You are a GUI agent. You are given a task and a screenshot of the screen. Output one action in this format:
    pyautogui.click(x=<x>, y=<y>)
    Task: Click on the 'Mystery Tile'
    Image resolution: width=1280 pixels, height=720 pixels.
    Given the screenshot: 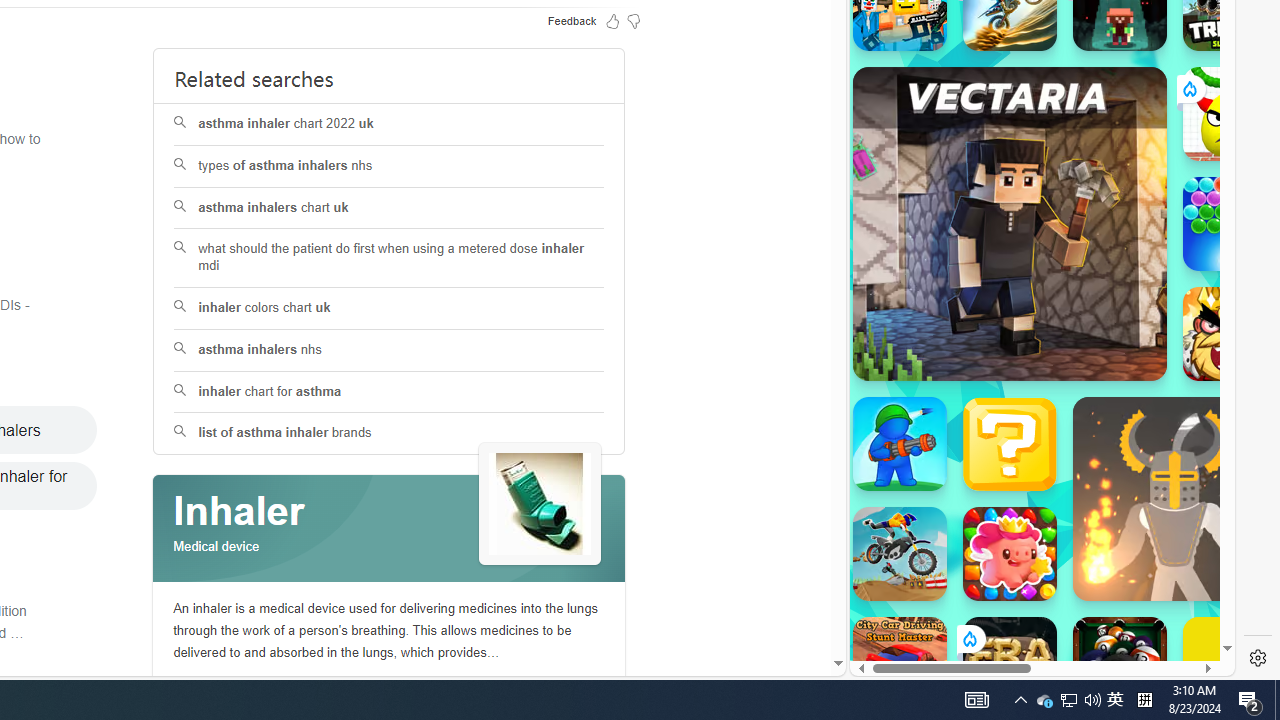 What is the action you would take?
    pyautogui.click(x=1009, y=442)
    